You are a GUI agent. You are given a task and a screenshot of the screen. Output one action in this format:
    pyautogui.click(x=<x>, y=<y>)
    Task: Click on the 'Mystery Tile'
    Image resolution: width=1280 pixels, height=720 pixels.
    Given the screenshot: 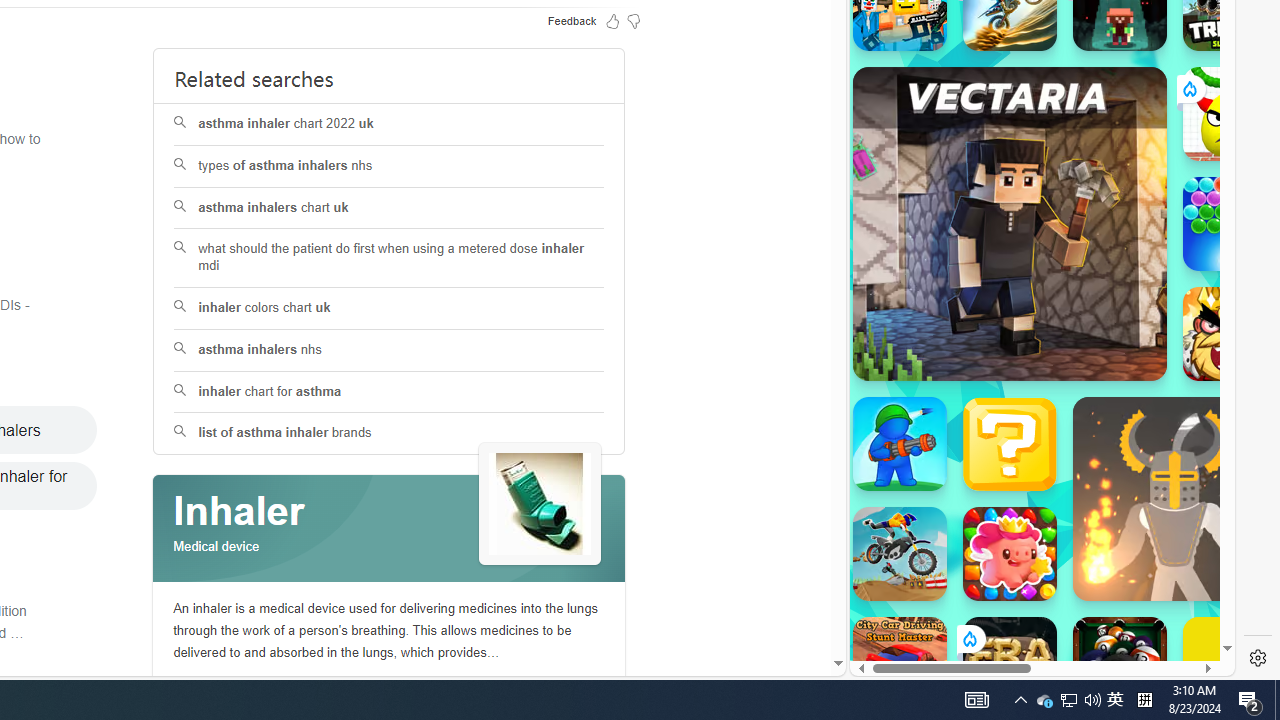 What is the action you would take?
    pyautogui.click(x=1009, y=442)
    